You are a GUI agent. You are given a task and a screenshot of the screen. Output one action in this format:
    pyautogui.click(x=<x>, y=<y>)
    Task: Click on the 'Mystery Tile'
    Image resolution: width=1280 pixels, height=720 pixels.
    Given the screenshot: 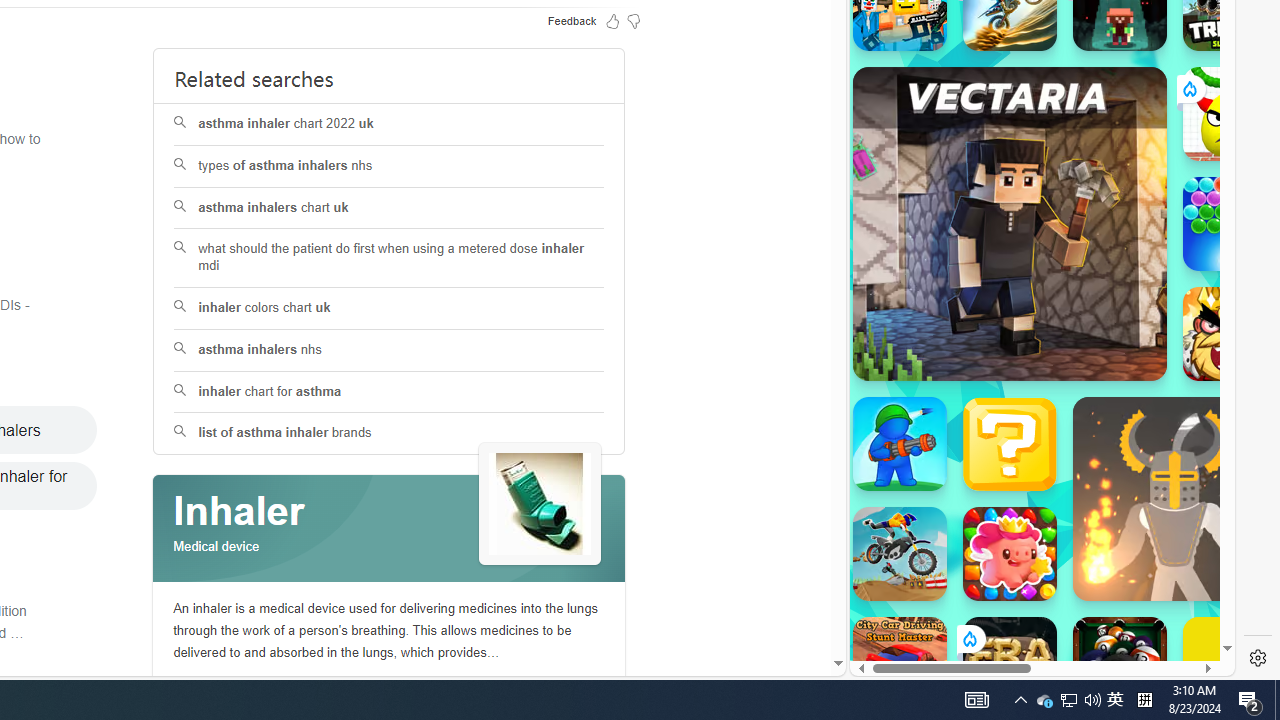 What is the action you would take?
    pyautogui.click(x=1009, y=442)
    